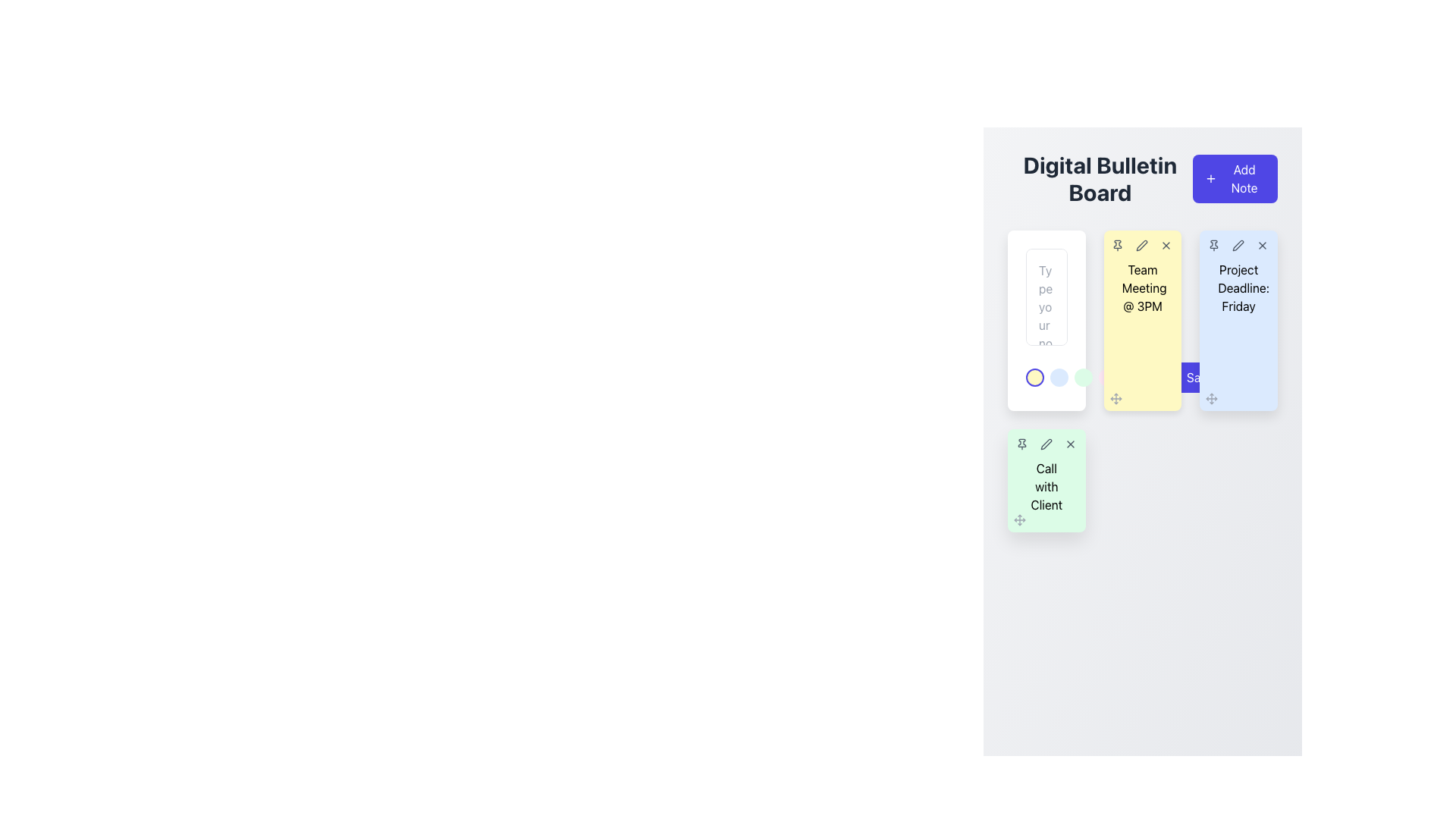 Image resolution: width=1456 pixels, height=819 pixels. Describe the element at coordinates (1069, 444) in the screenshot. I see `the close or delete button located at the top-right corner of the light green note labeled 'Call with Client'` at that location.